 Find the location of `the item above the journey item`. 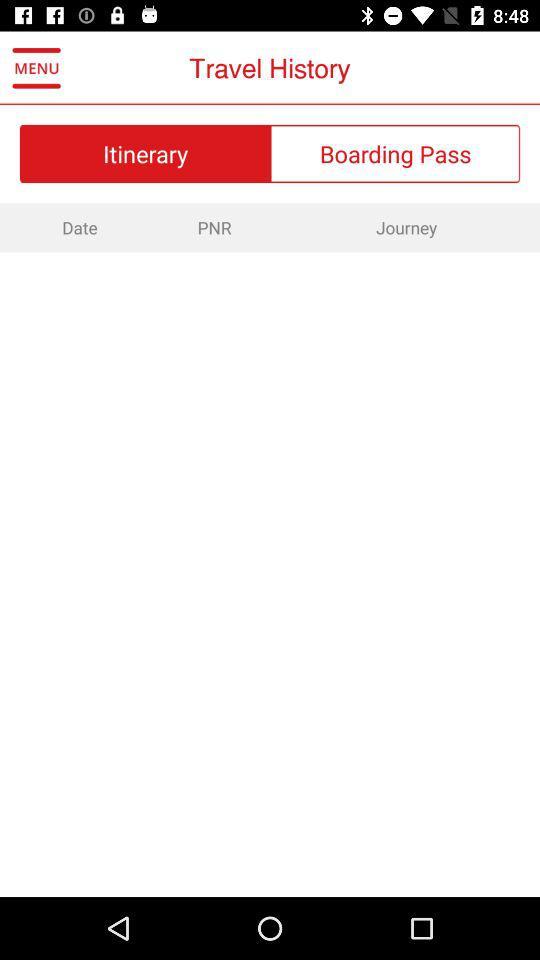

the item above the journey item is located at coordinates (395, 152).